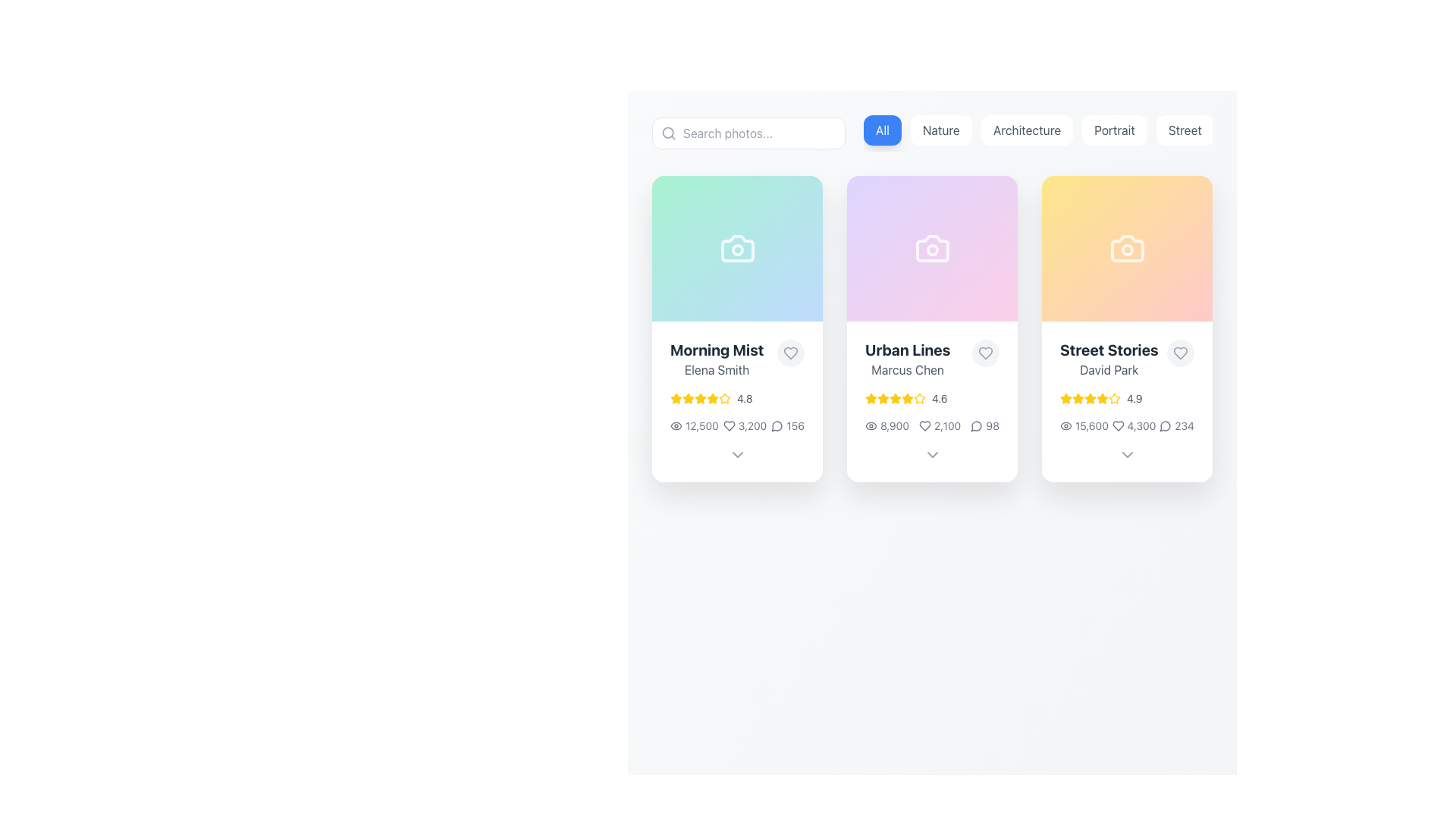 The width and height of the screenshot is (1456, 819). I want to click on the center of the heart-shaped icon at the bottom-right corner of the 'Street Stories' card to 'like' or 'unlike' the content, so click(1179, 353).